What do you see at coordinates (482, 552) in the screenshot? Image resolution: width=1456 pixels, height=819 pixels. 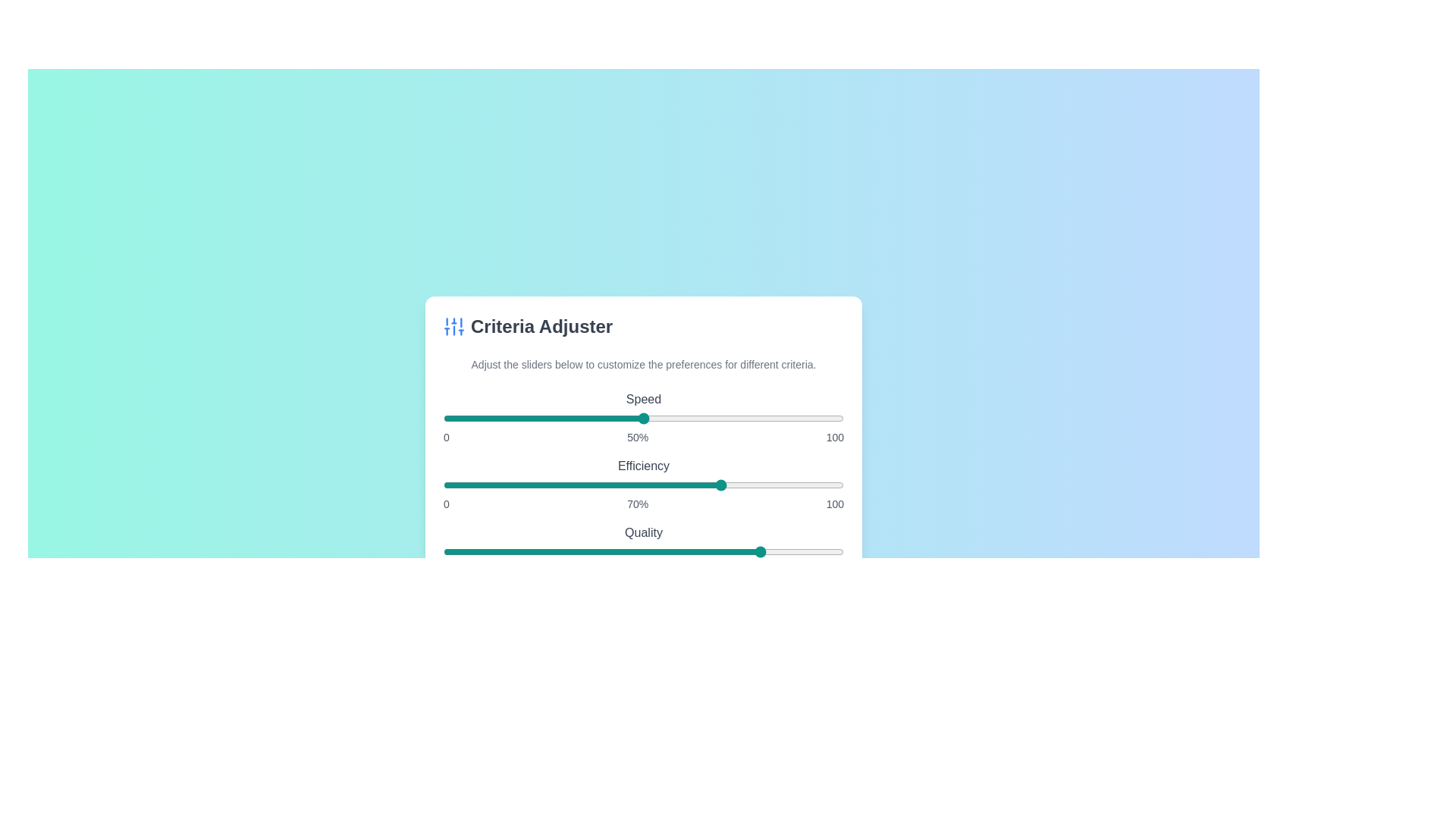 I see `the 'Quality' slider to set its value to 10` at bounding box center [482, 552].